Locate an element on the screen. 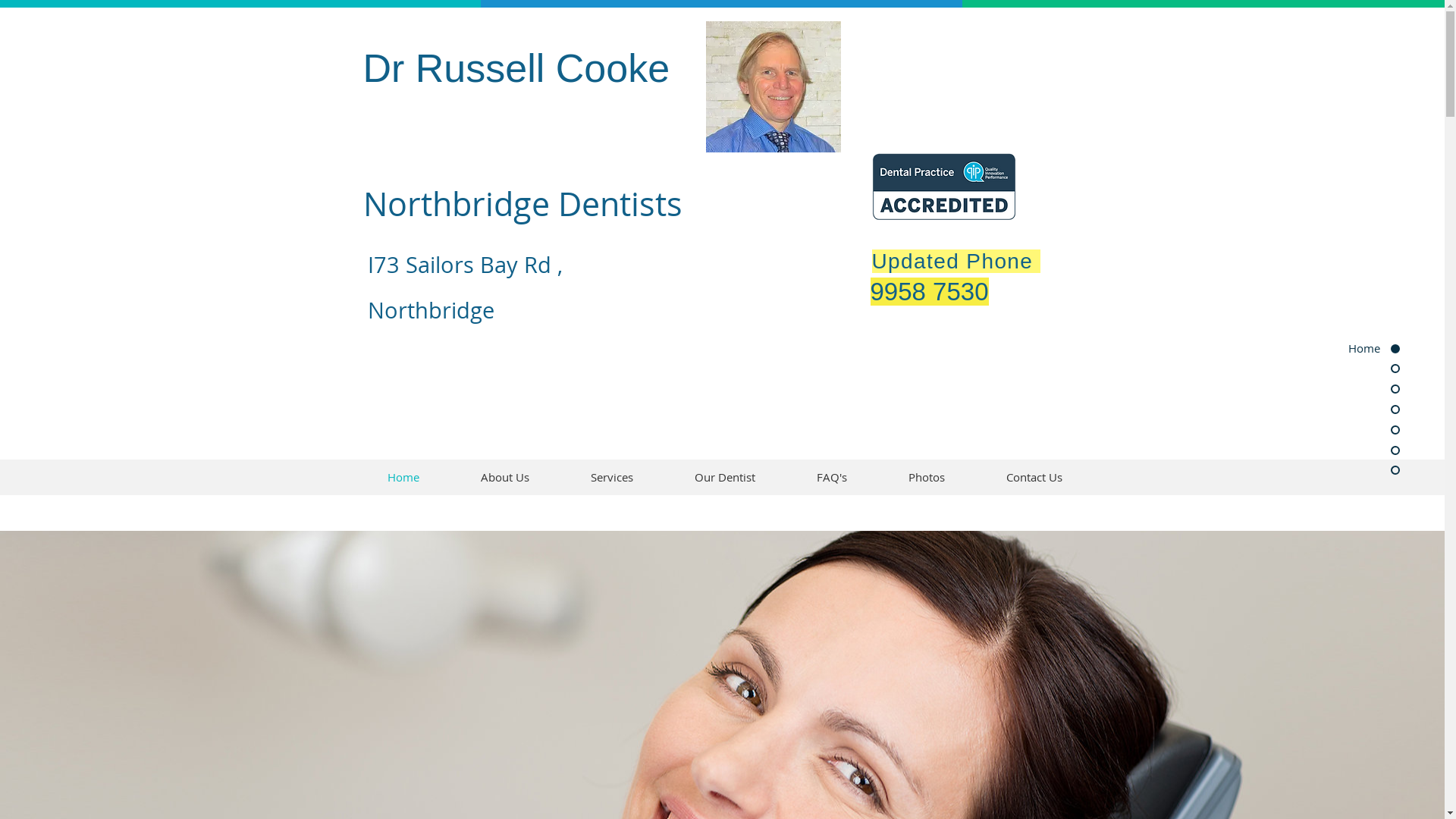 Image resolution: width=1456 pixels, height=819 pixels. 'Photos' is located at coordinates (926, 476).